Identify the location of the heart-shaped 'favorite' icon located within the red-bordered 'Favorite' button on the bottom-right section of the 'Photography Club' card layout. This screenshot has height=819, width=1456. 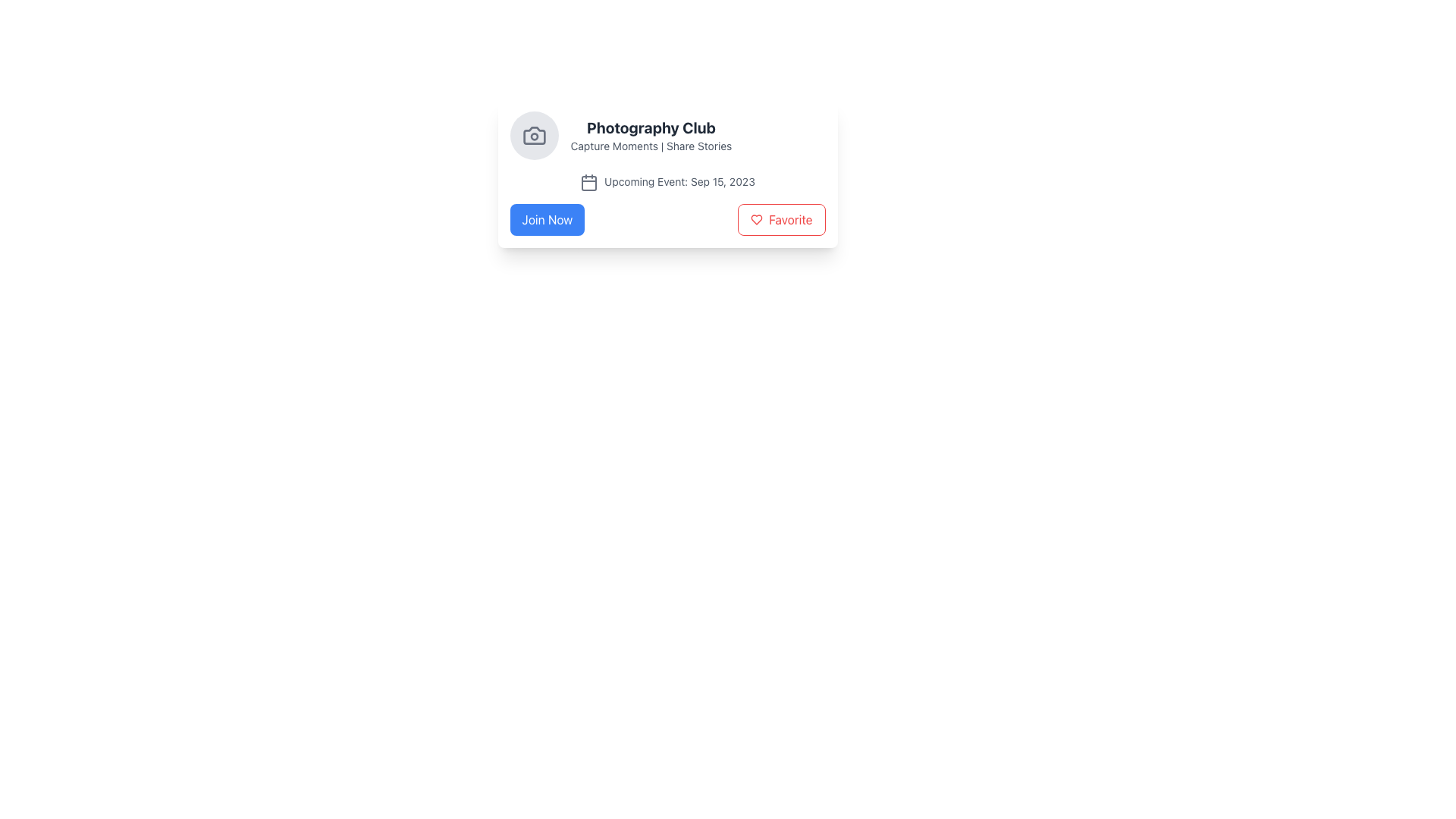
(757, 219).